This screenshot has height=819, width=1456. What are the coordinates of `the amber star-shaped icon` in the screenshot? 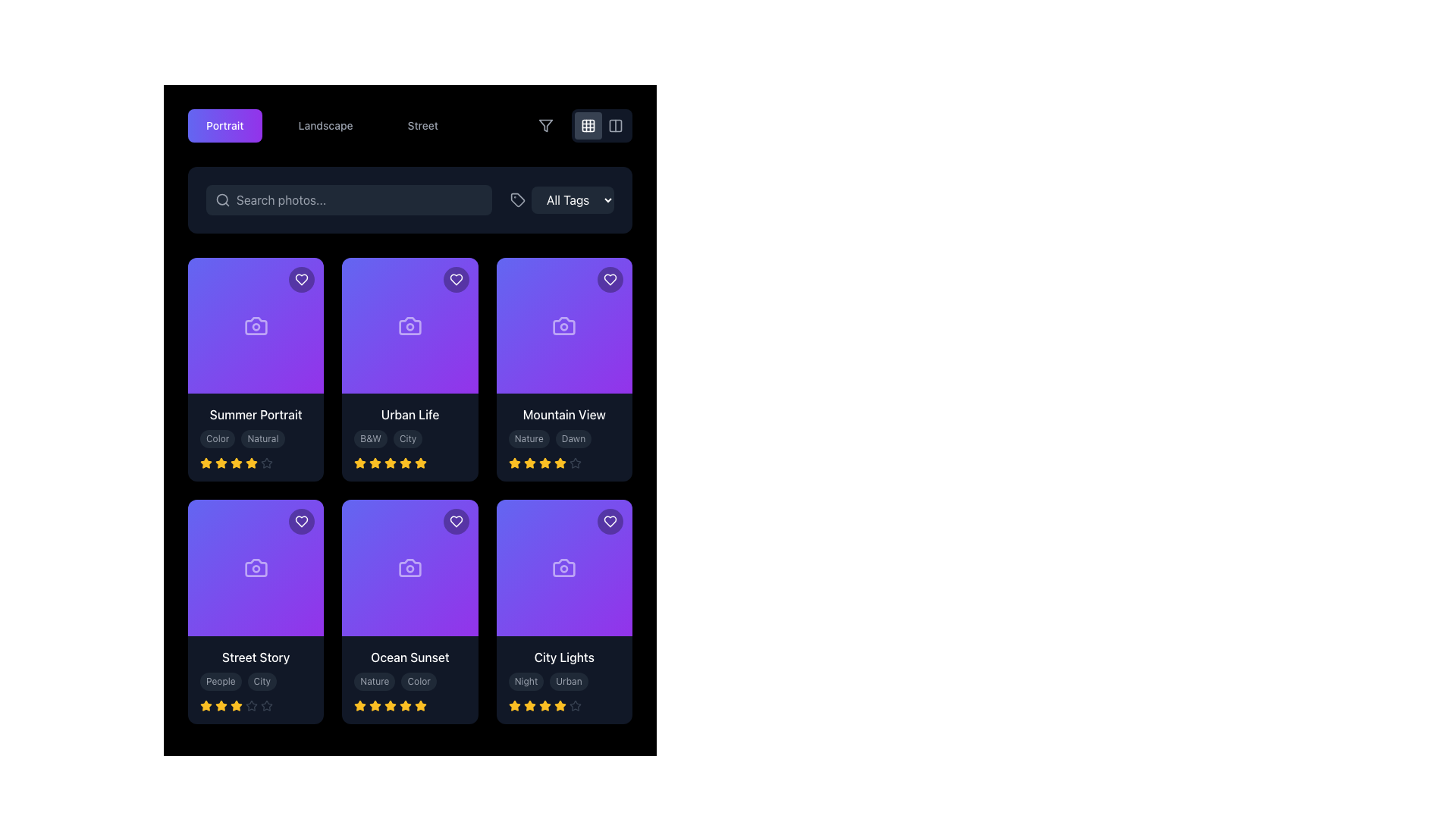 It's located at (221, 462).